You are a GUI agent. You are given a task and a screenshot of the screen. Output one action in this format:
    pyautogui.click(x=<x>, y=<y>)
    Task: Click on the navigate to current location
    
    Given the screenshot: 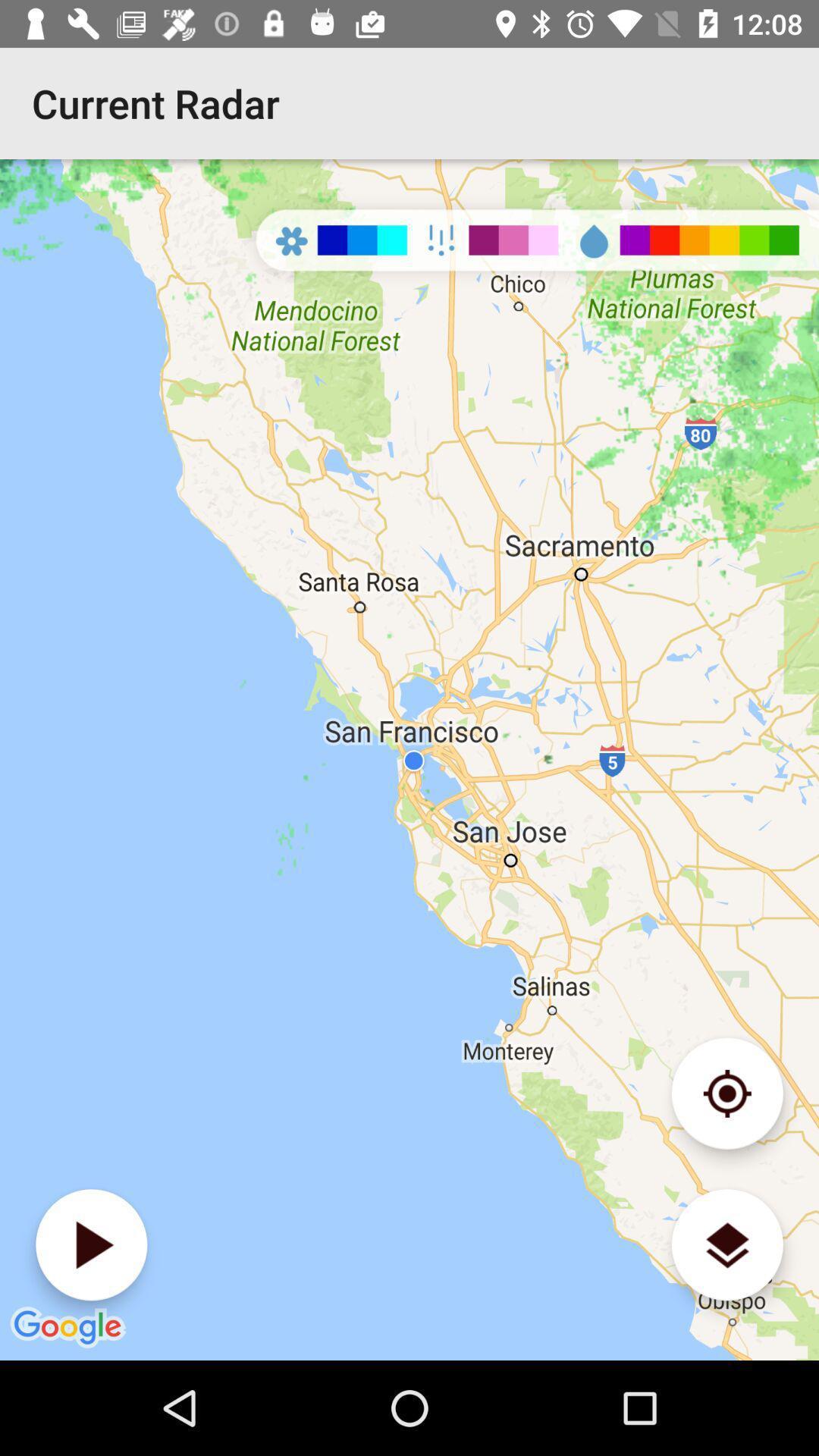 What is the action you would take?
    pyautogui.click(x=726, y=1094)
    